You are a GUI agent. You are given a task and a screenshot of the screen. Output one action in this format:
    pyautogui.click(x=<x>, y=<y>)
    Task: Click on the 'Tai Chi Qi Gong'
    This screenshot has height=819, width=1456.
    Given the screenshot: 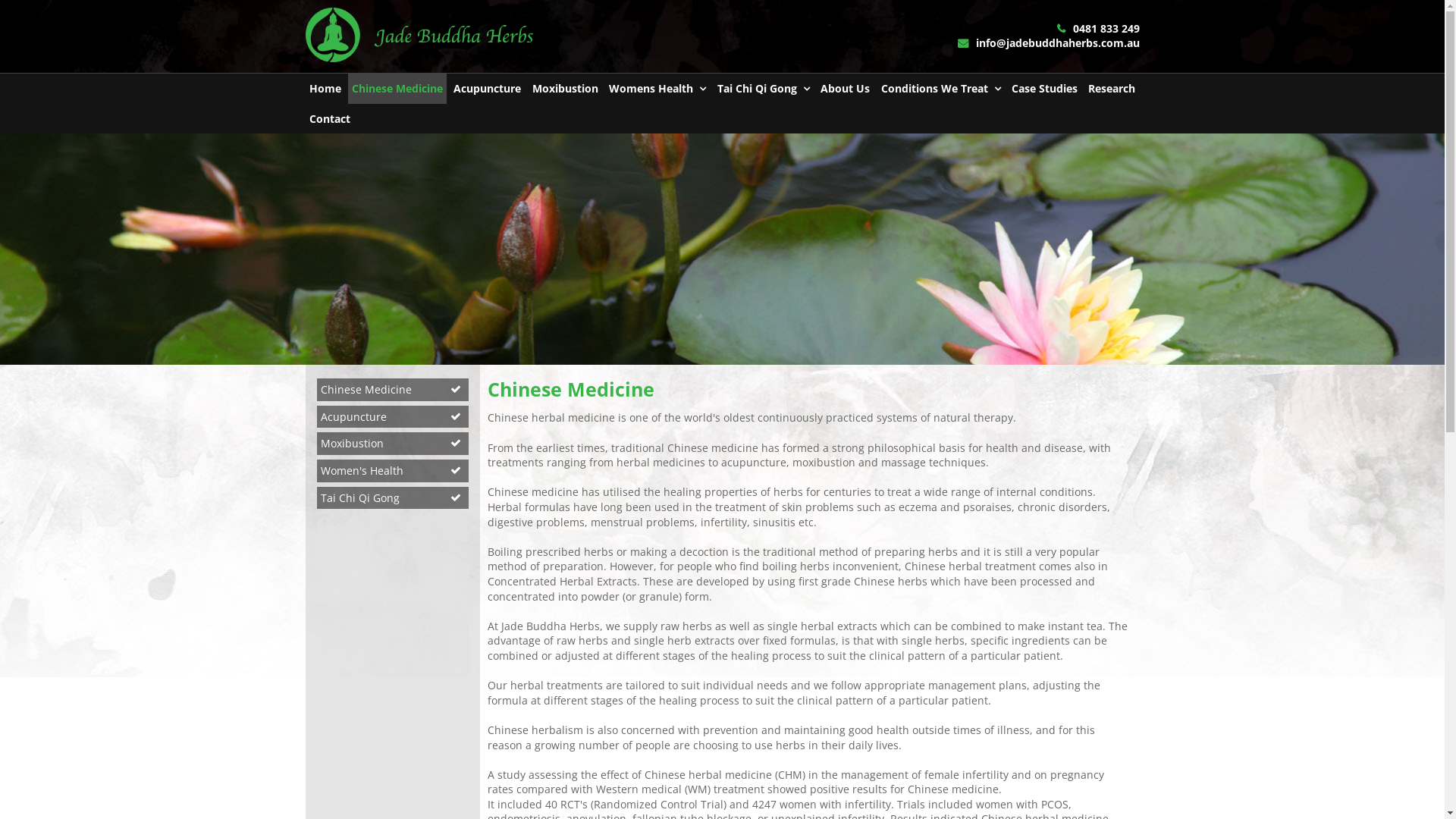 What is the action you would take?
    pyautogui.click(x=764, y=88)
    